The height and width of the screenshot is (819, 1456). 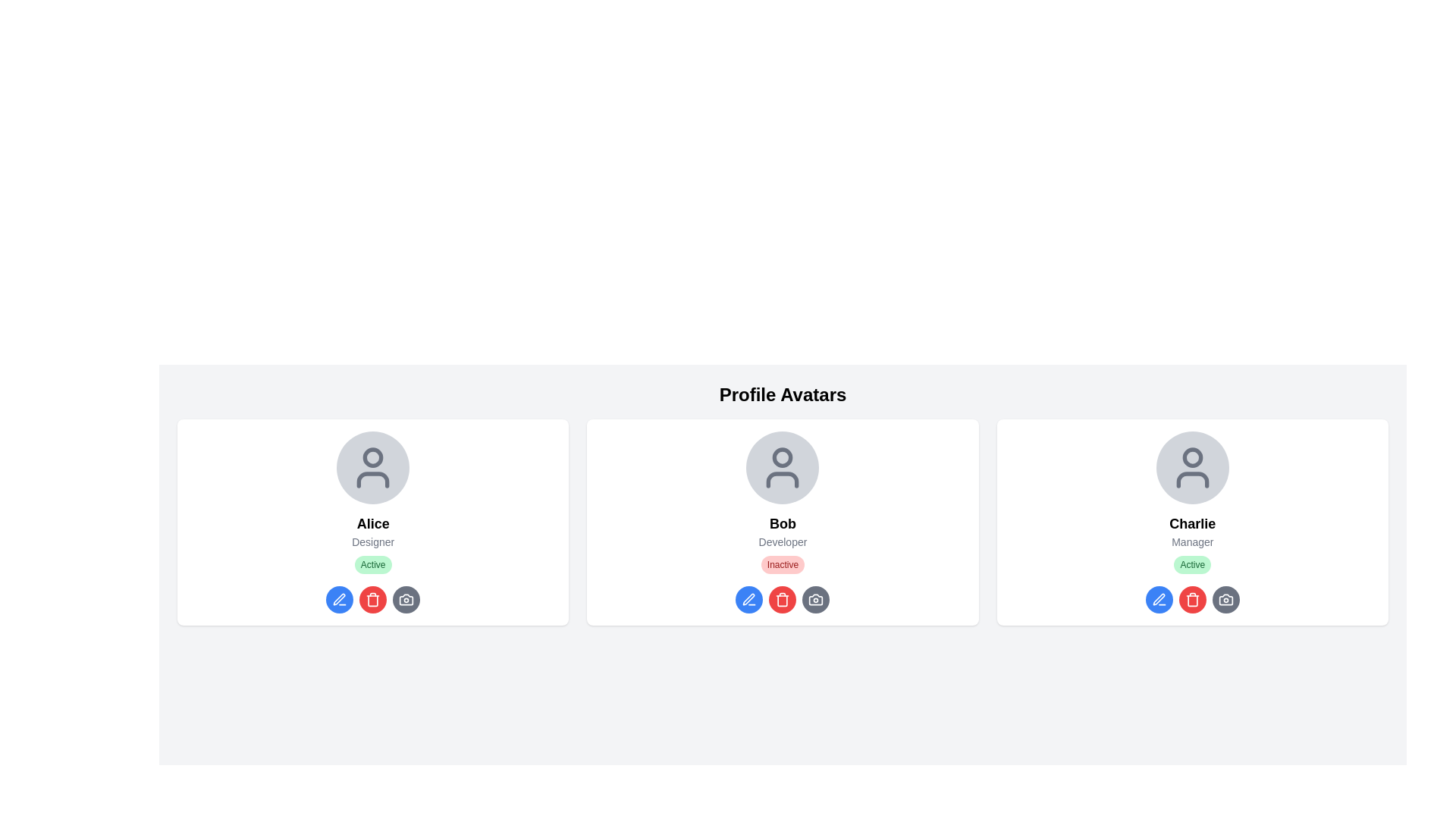 I want to click on text header that serves as the title for the section containing profile cards, positioned at the top of the grid layout, so click(x=783, y=394).